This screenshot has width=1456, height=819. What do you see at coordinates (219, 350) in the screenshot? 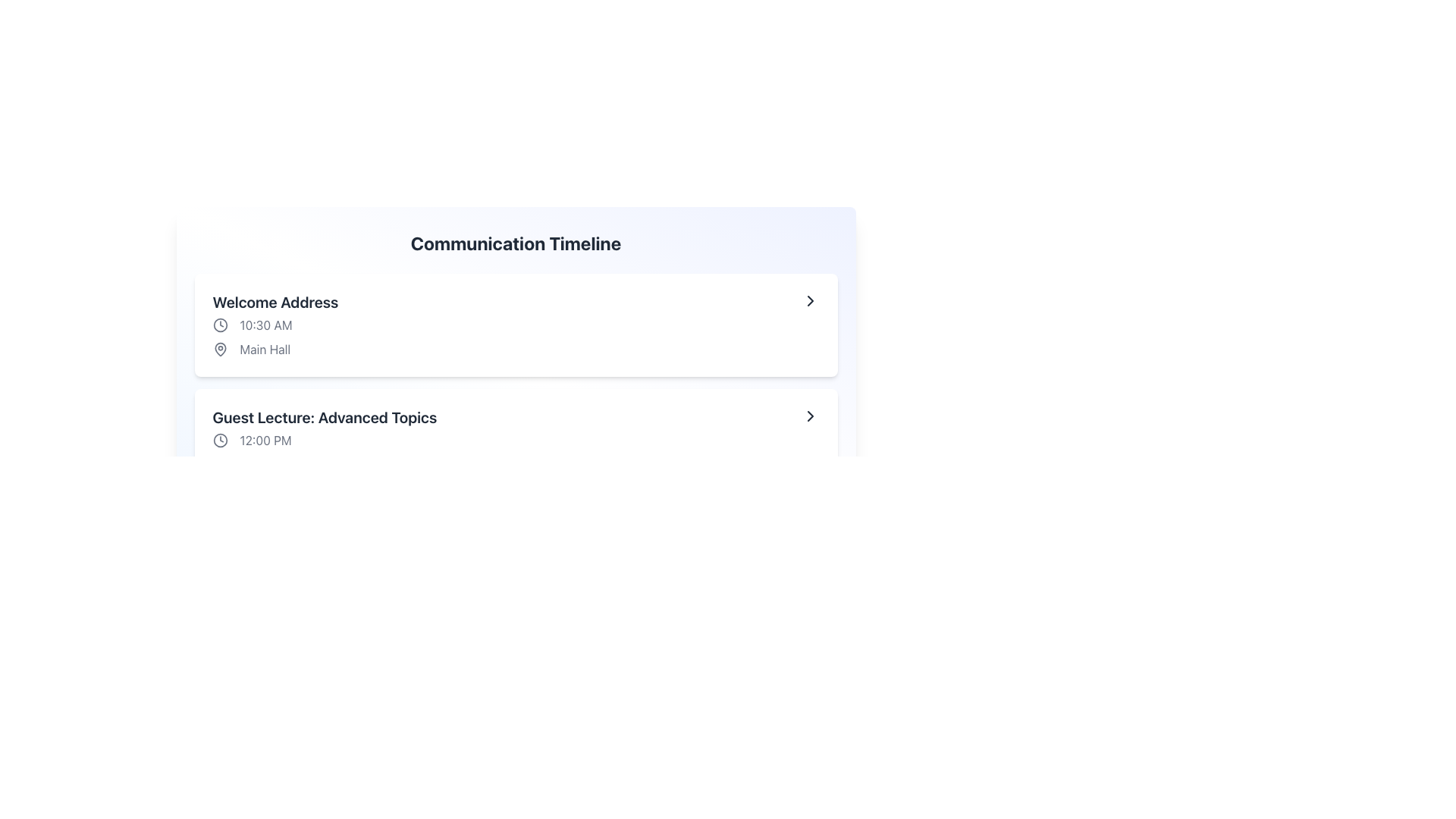
I see `the map pin icon indicating 'Main Hall' for the 'Welcome Address' event, located at the bottom-left area of the event card` at bounding box center [219, 350].